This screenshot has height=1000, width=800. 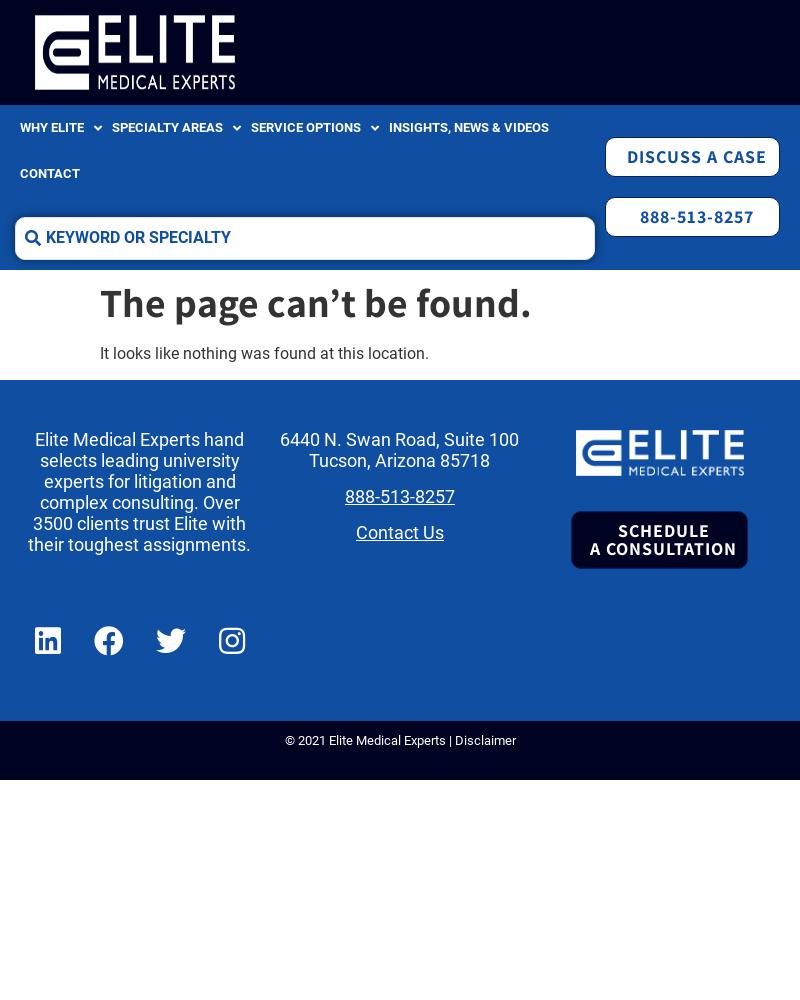 What do you see at coordinates (354, 532) in the screenshot?
I see `'Contact Us'` at bounding box center [354, 532].